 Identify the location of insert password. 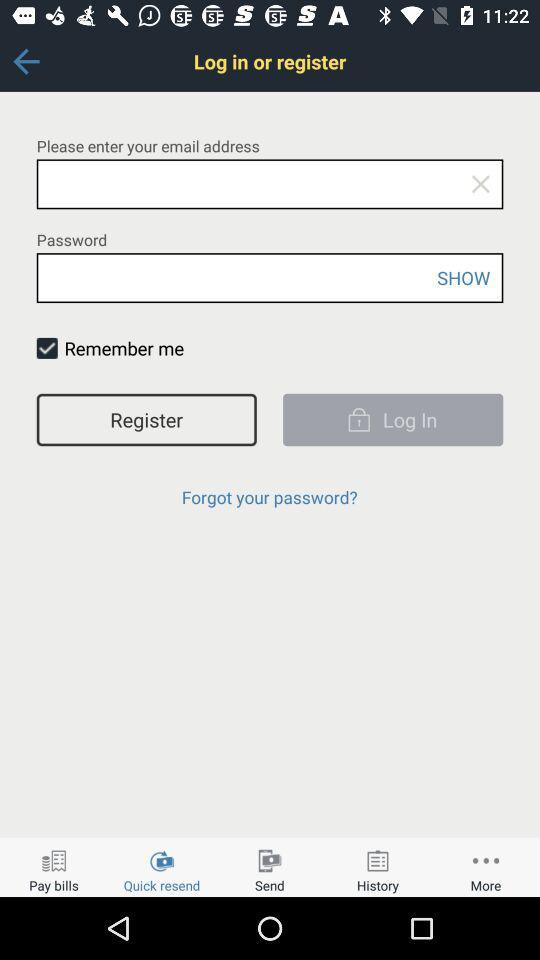
(270, 277).